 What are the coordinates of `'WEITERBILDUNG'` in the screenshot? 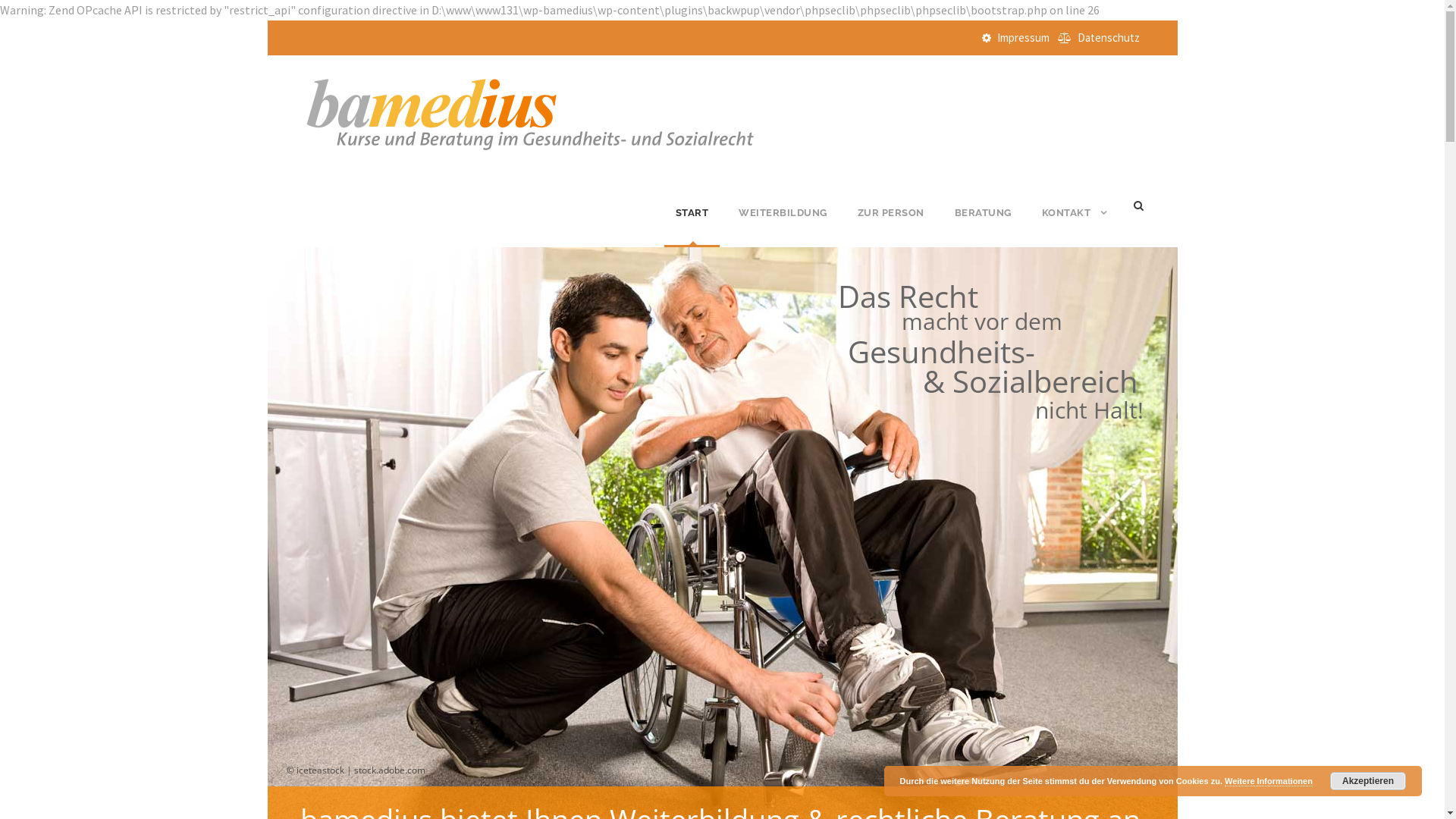 It's located at (739, 225).